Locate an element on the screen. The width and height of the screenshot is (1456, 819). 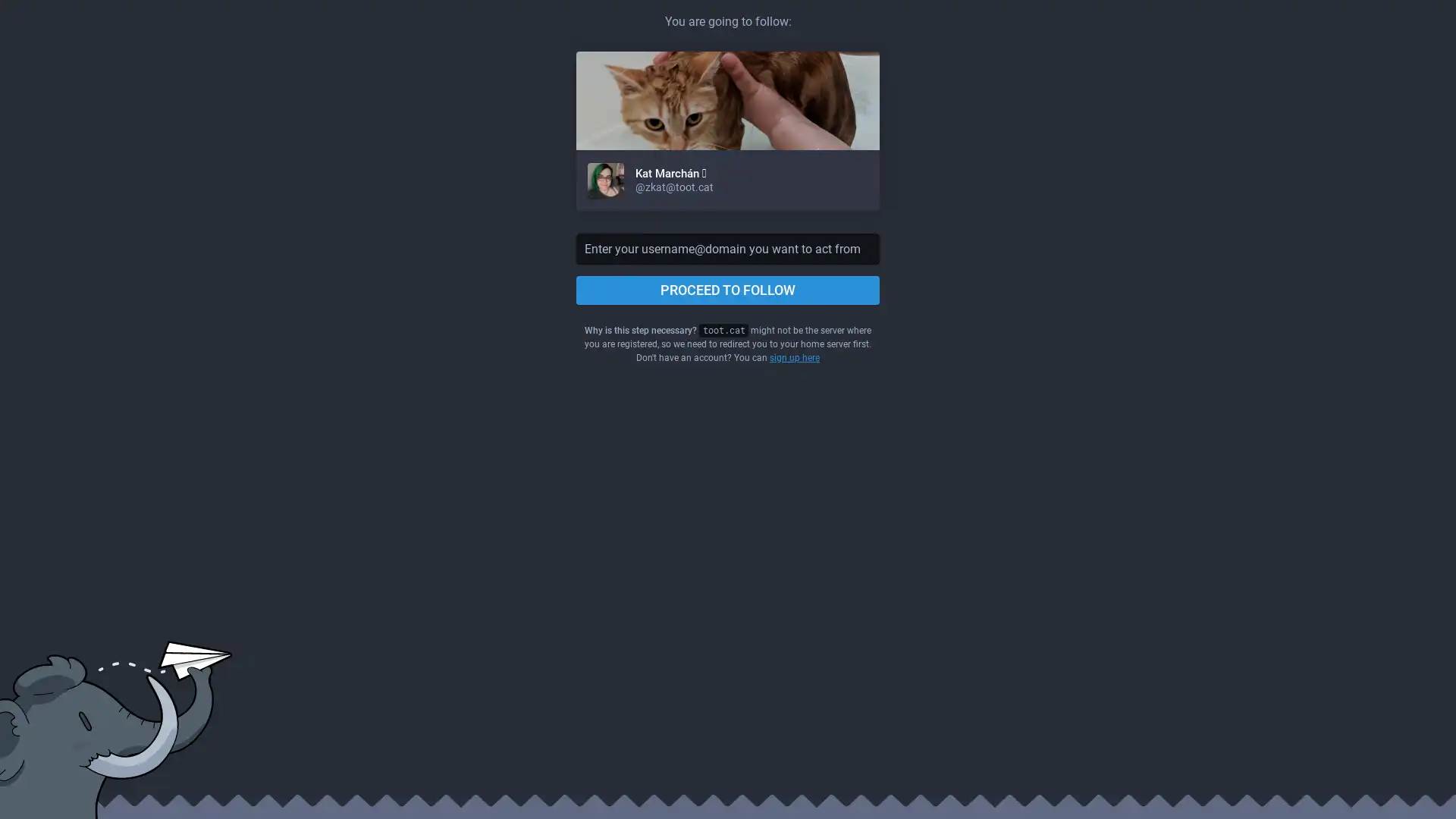
PROCEED TO FOLLOW is located at coordinates (728, 290).